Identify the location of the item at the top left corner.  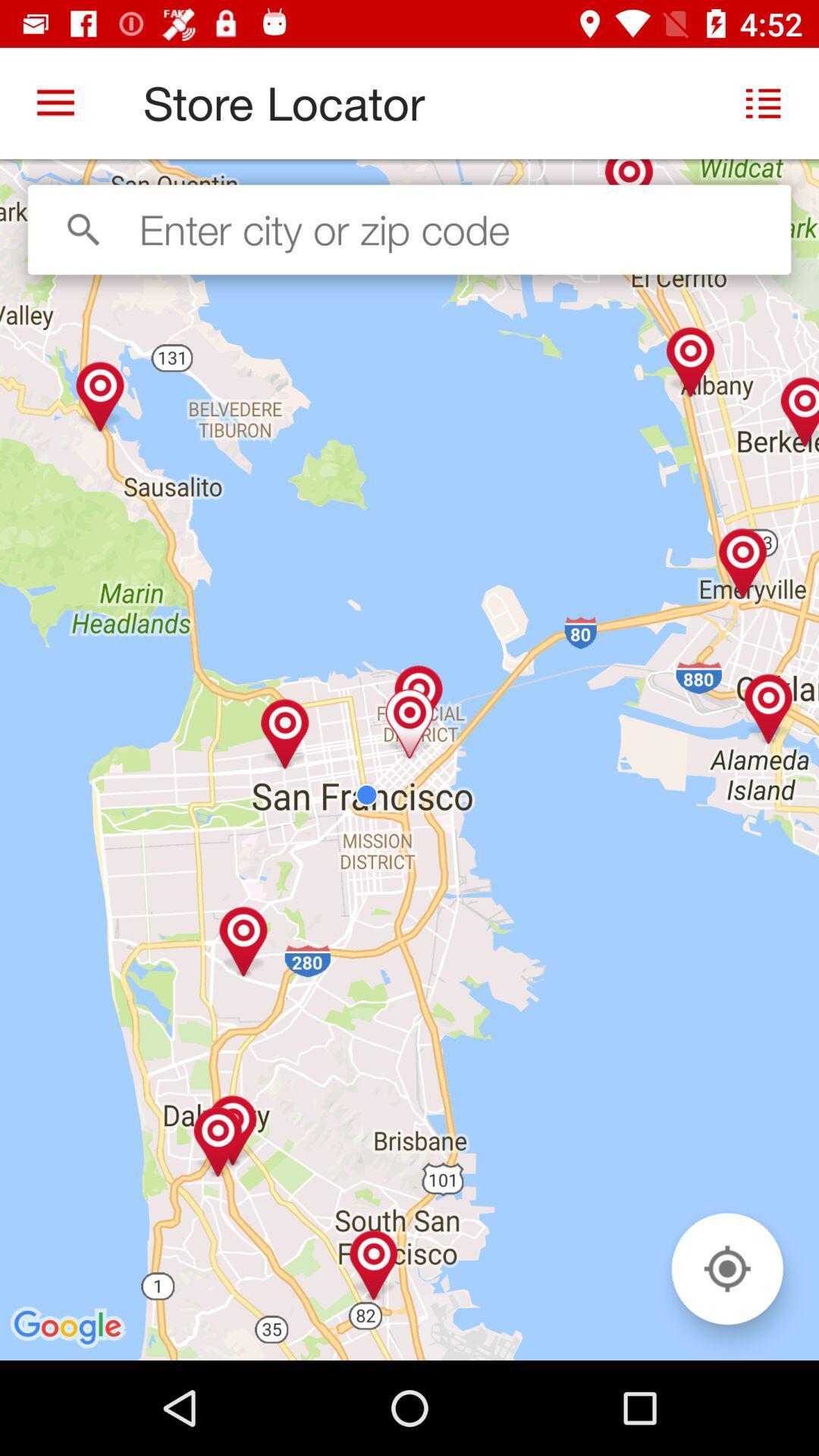
(55, 102).